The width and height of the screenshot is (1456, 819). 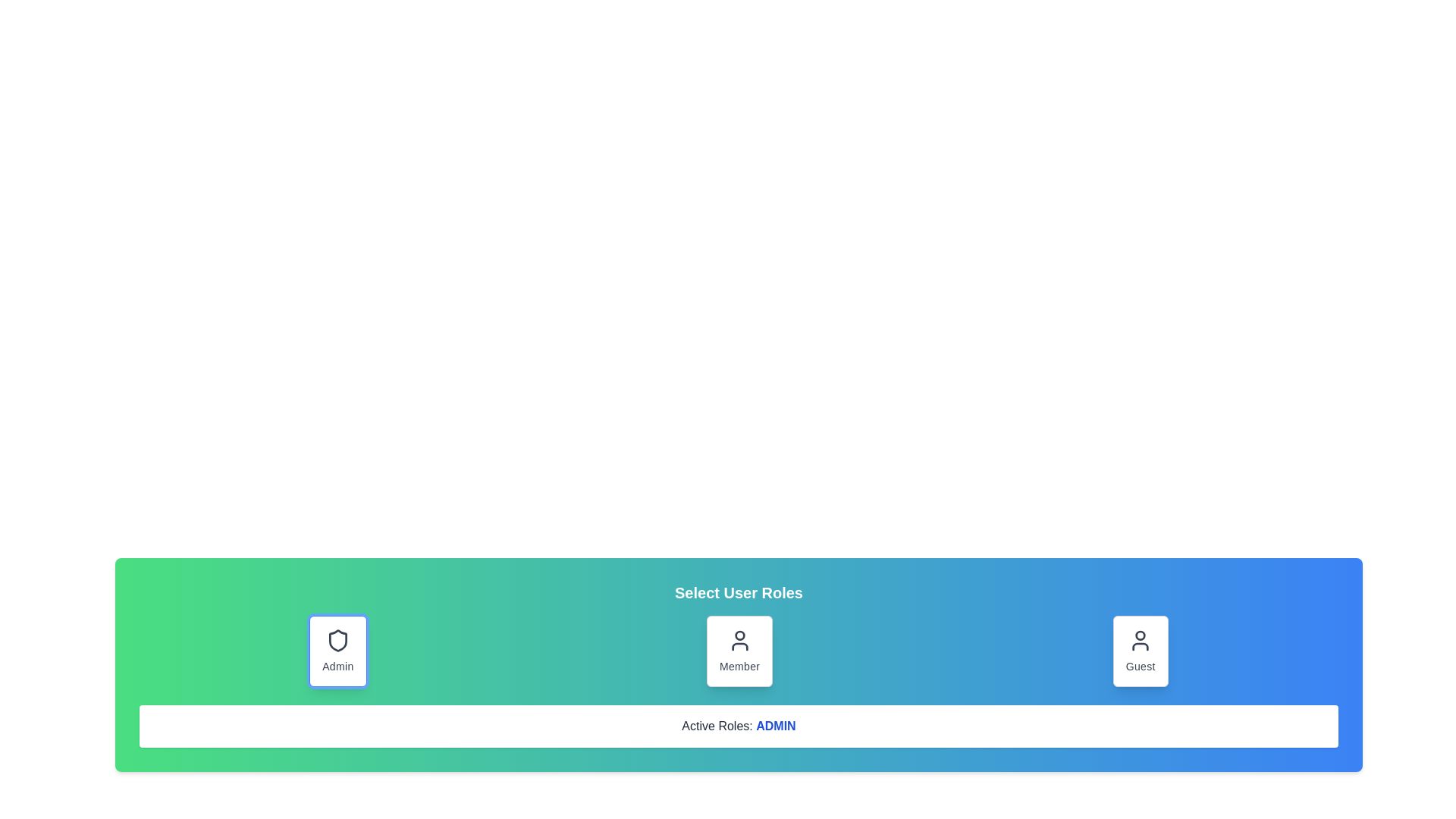 I want to click on the role button Guest to inspect its hover and focus effects, so click(x=1141, y=651).